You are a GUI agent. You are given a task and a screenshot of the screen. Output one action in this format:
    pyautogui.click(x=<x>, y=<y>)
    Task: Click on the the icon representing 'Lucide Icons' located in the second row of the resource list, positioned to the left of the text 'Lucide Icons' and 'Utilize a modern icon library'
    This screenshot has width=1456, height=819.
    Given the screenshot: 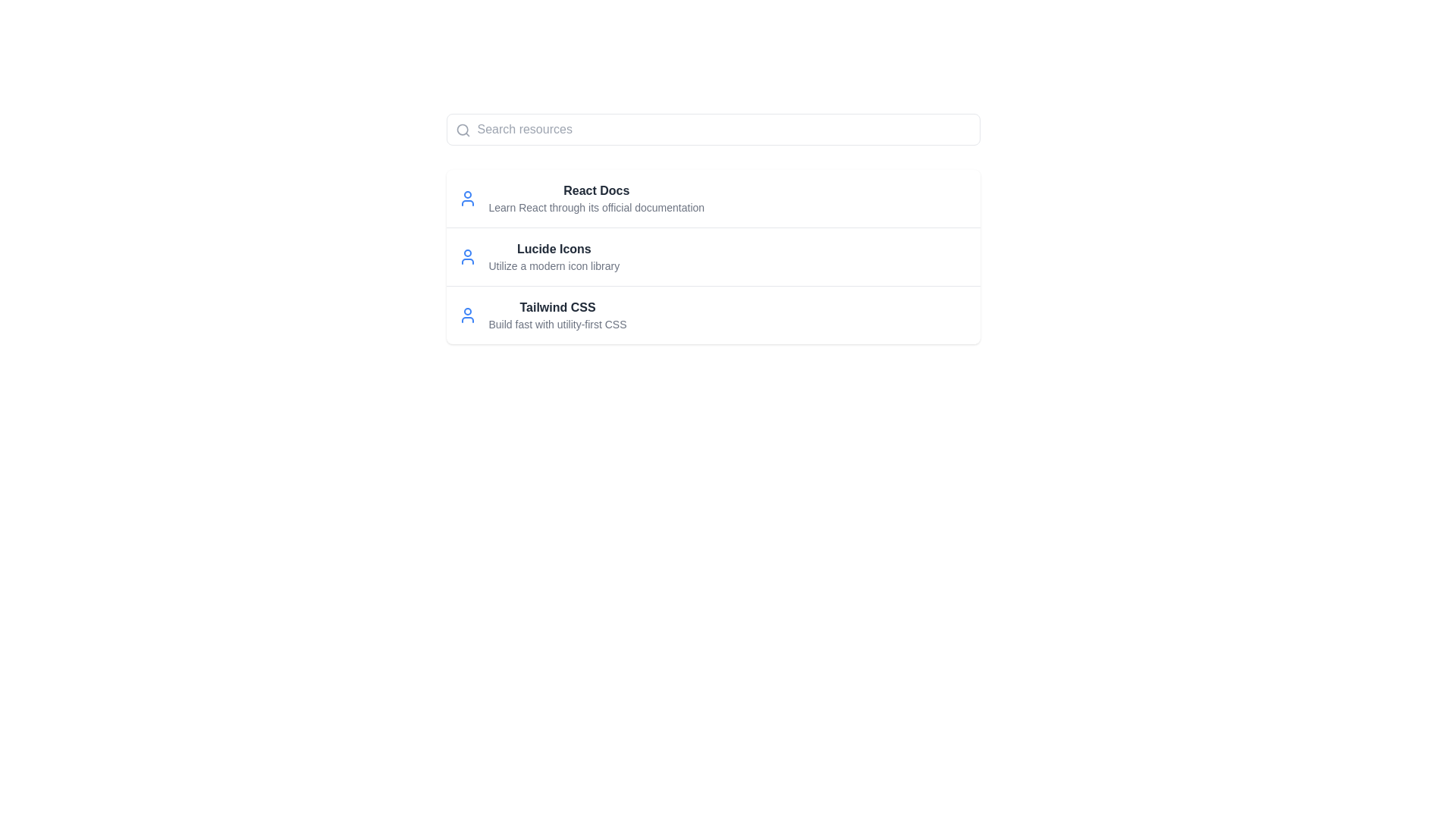 What is the action you would take?
    pyautogui.click(x=466, y=256)
    